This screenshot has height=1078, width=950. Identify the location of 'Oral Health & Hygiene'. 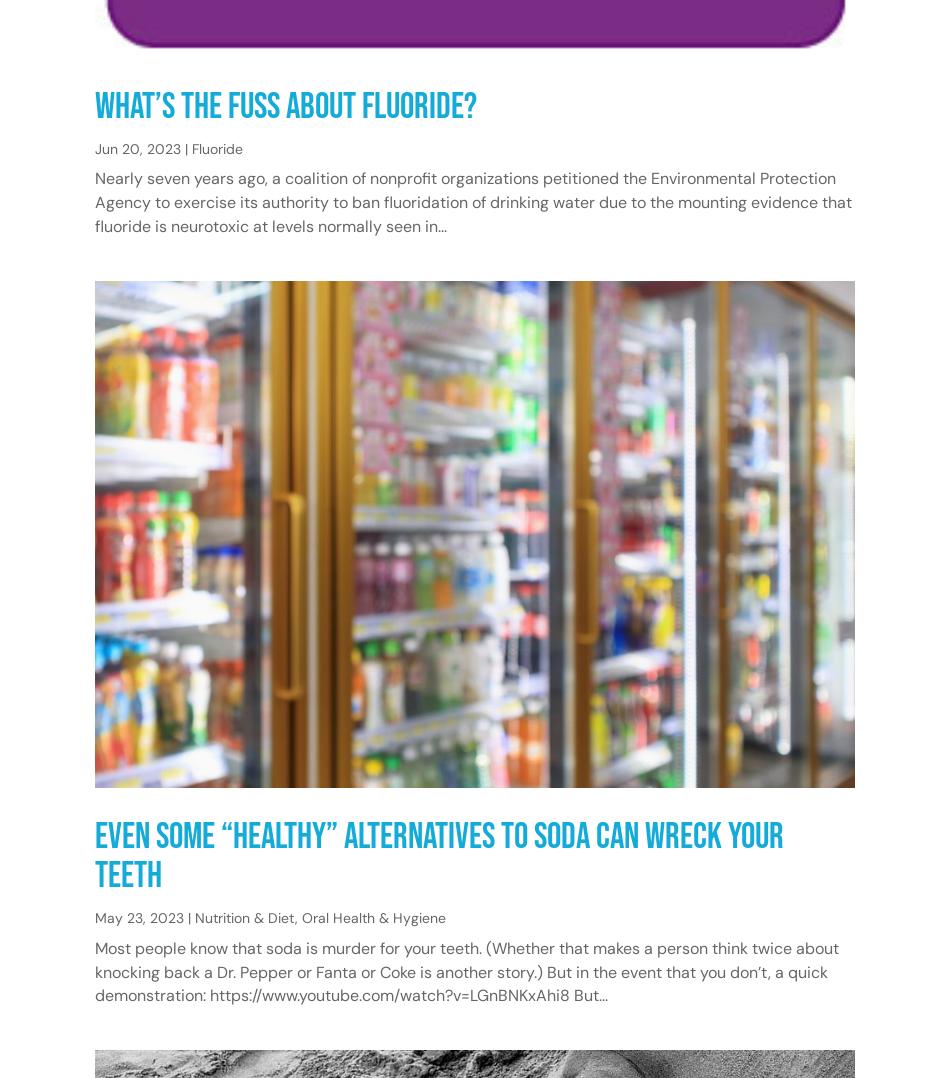
(373, 918).